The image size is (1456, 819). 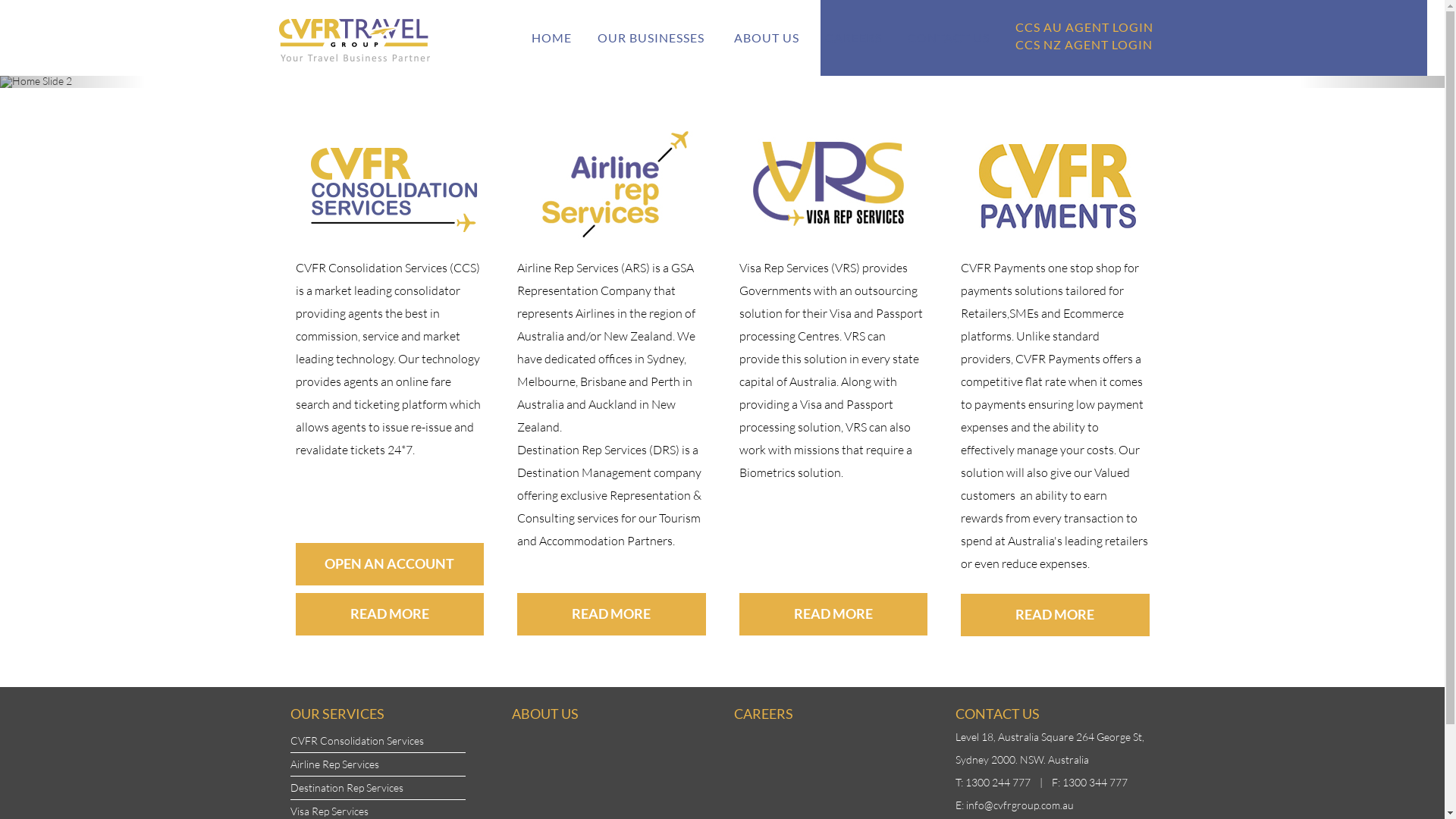 What do you see at coordinates (390, 564) in the screenshot?
I see `'OPEN AN ACCOUNT'` at bounding box center [390, 564].